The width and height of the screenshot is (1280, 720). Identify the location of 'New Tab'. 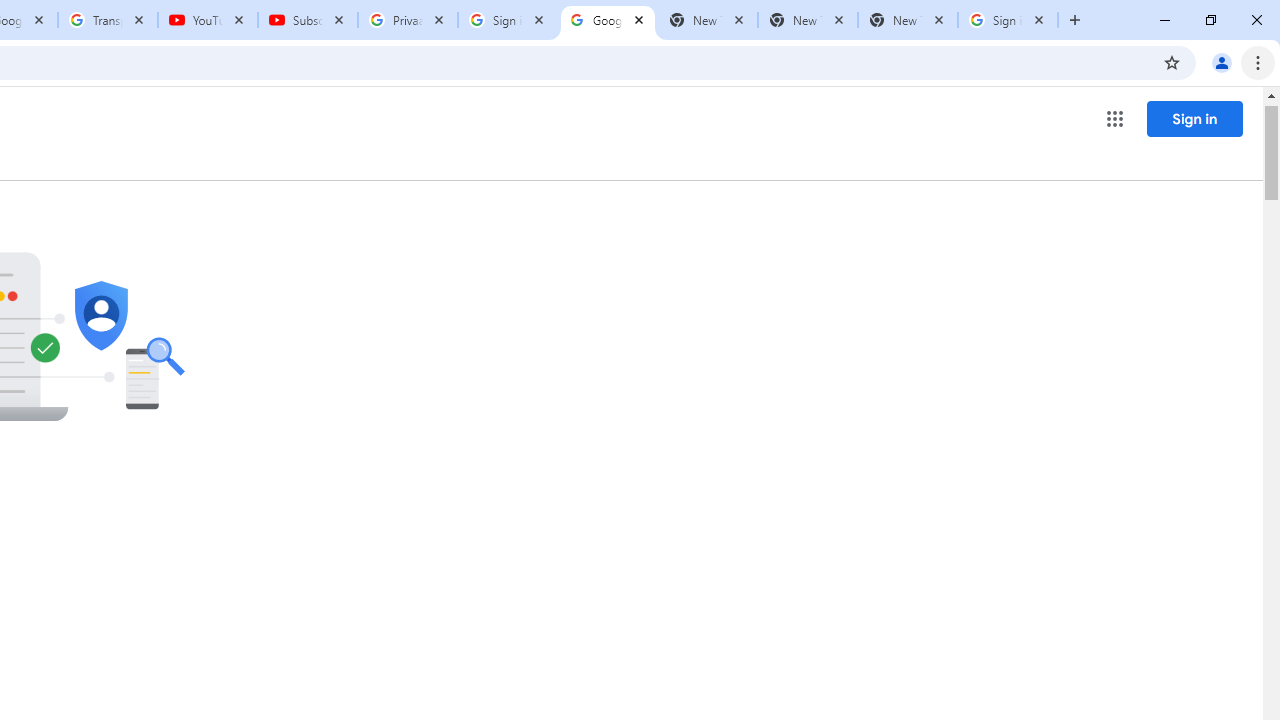
(906, 20).